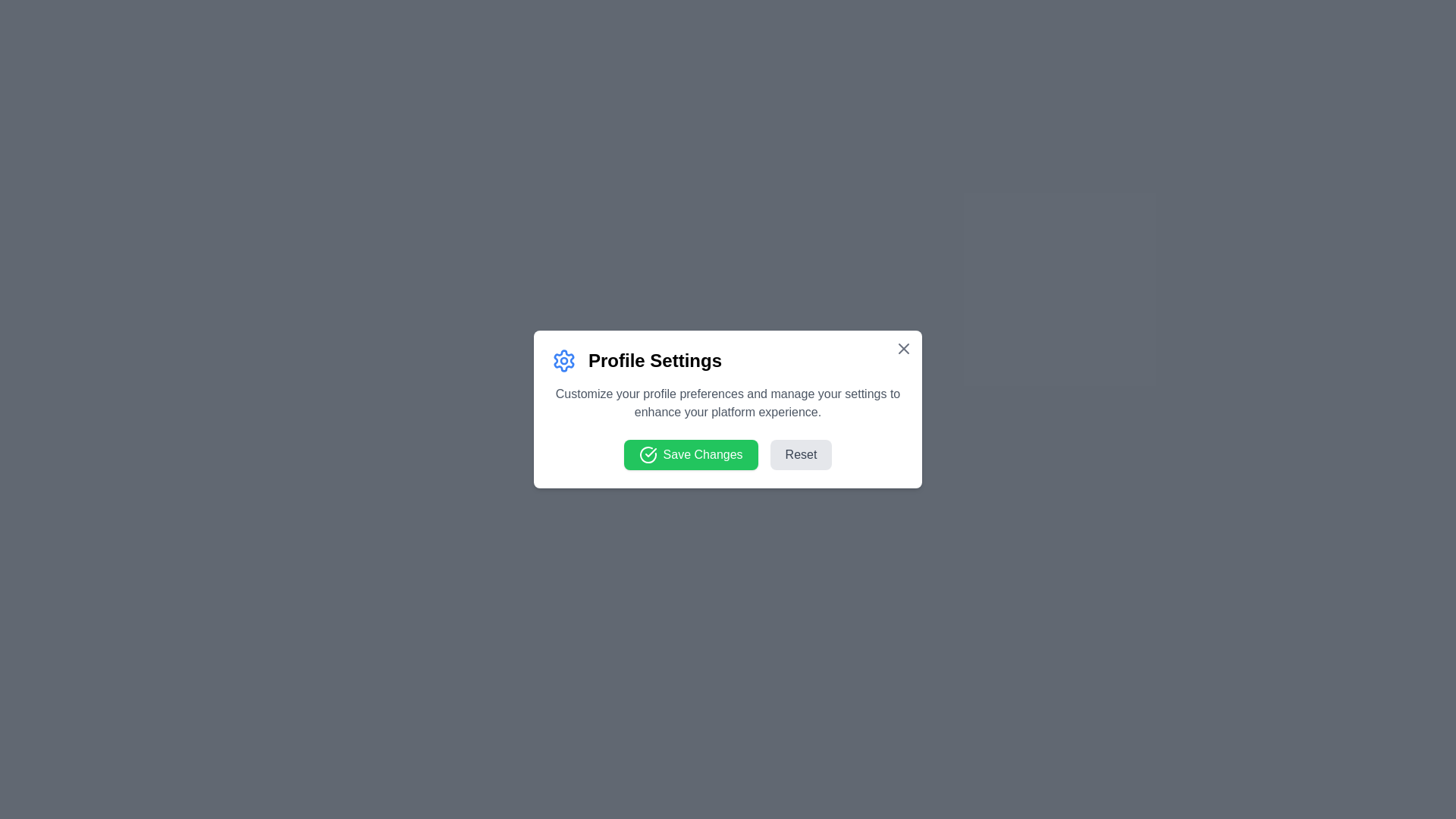 This screenshot has width=1456, height=819. What do you see at coordinates (690, 454) in the screenshot?
I see `'Save Changes' button to save the settings` at bounding box center [690, 454].